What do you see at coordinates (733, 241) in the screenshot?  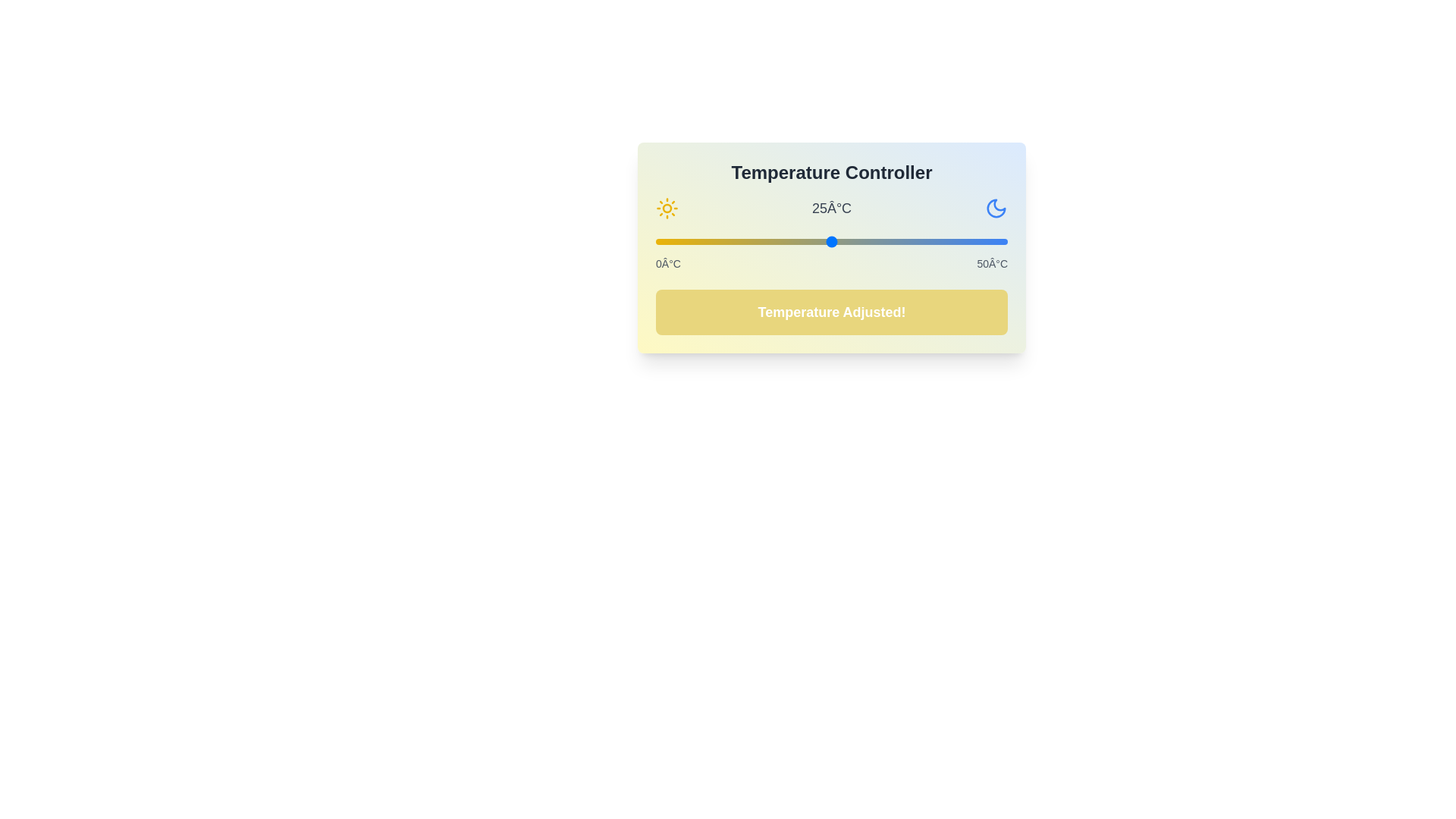 I see `the slider to set the temperature to 11°C` at bounding box center [733, 241].